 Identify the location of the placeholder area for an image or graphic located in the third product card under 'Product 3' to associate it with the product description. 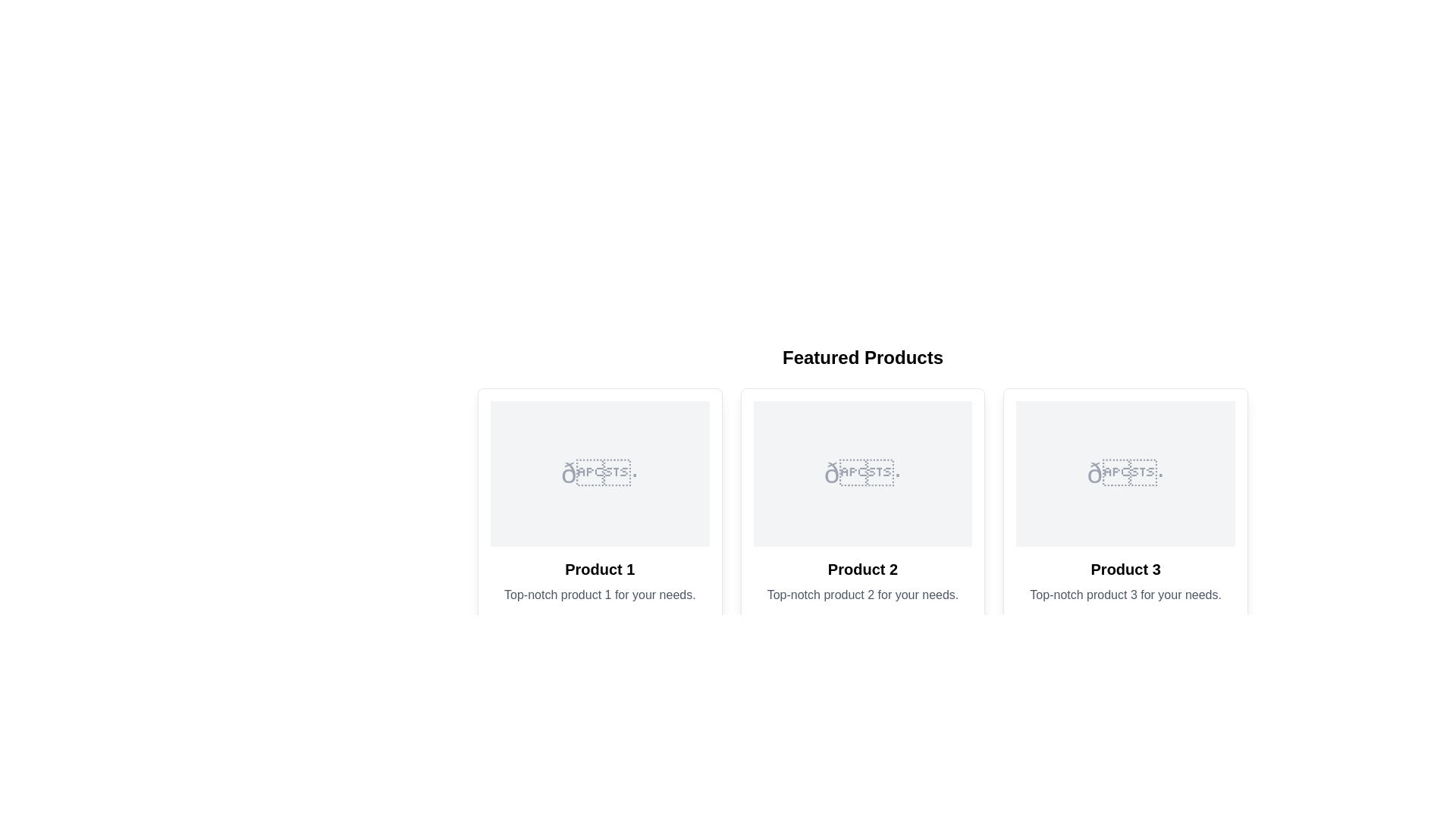
(1125, 472).